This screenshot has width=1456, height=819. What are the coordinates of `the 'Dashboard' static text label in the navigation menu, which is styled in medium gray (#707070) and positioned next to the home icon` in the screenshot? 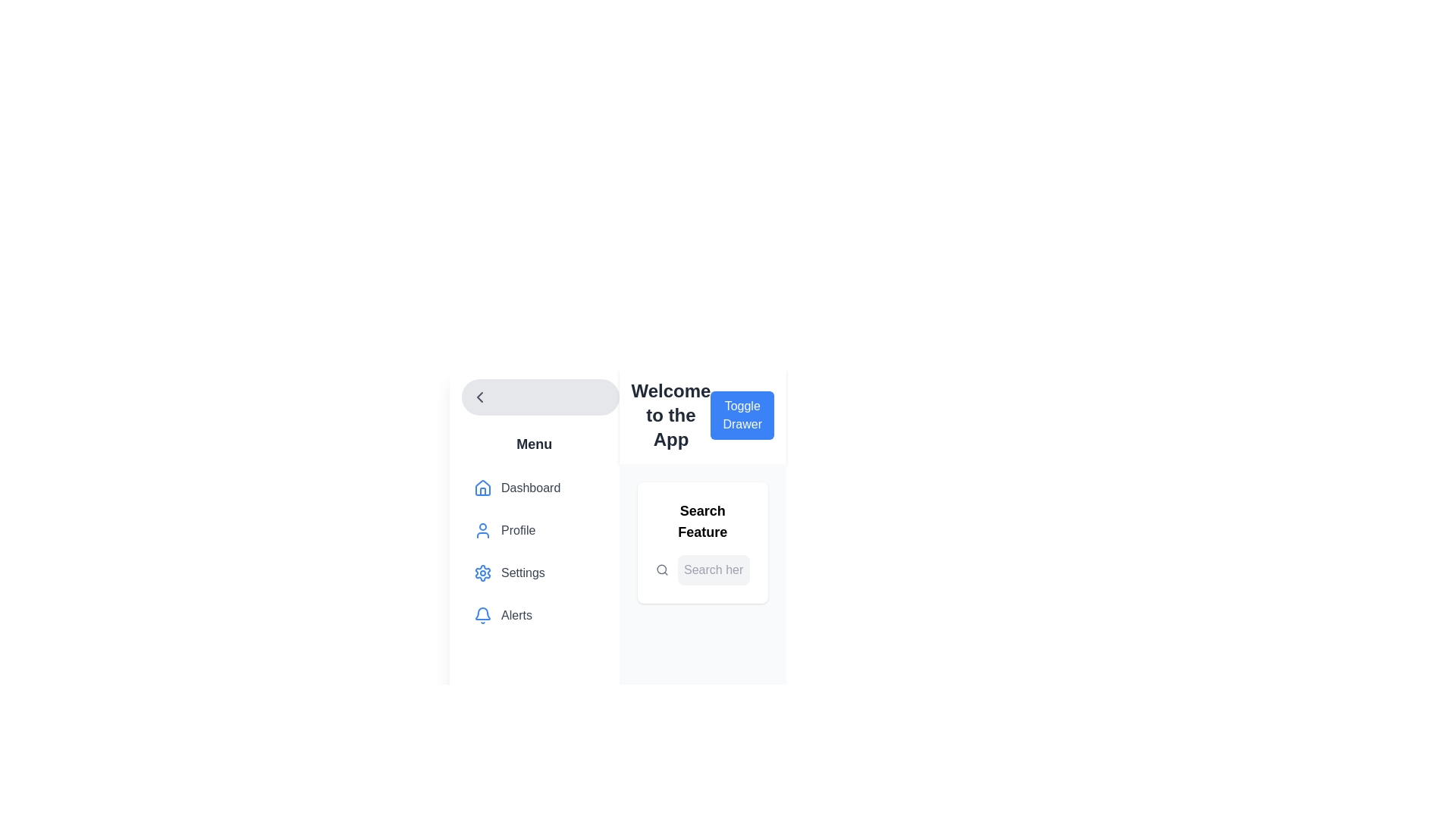 It's located at (531, 488).